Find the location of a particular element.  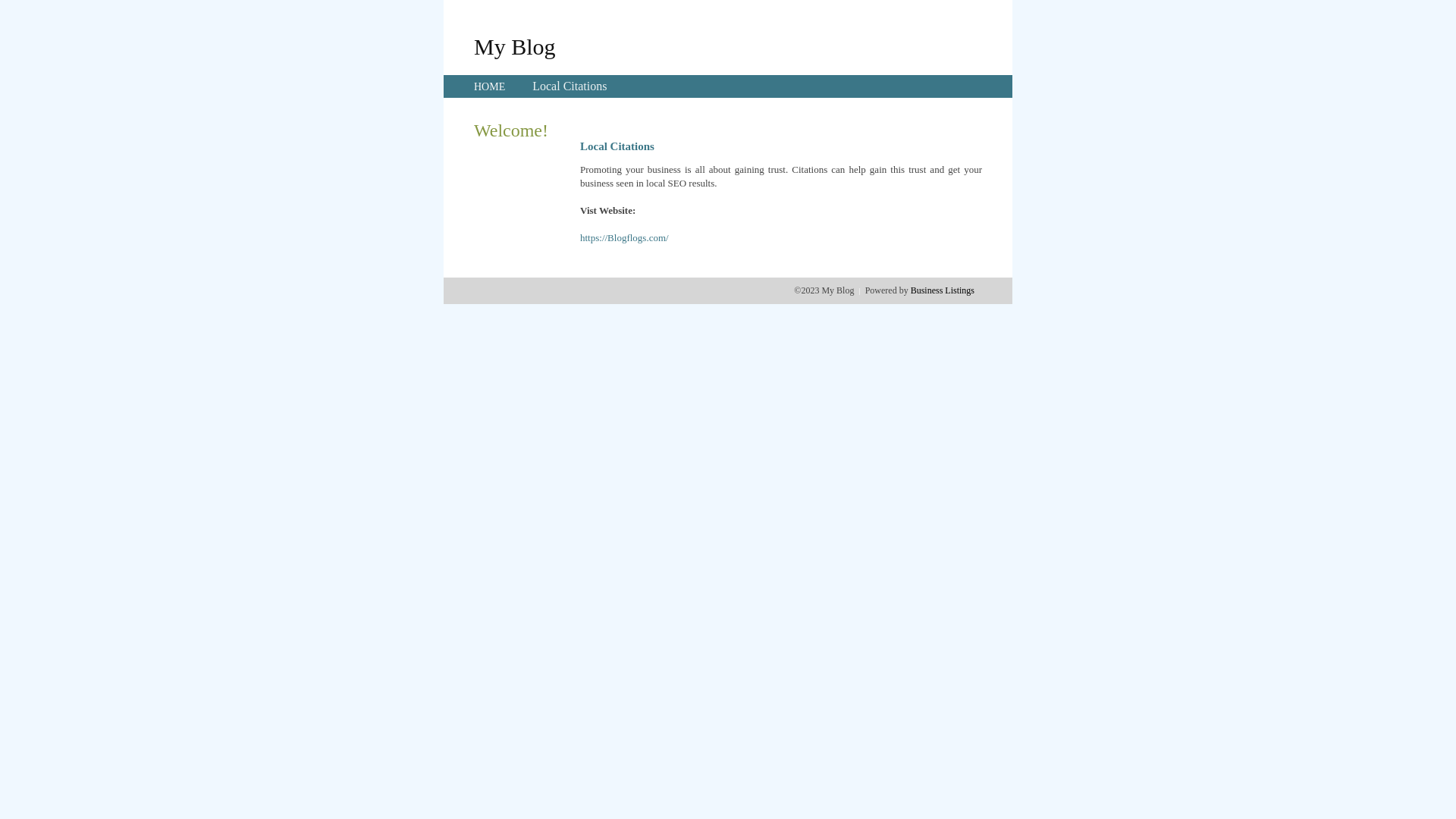

'My Blog' is located at coordinates (514, 45).